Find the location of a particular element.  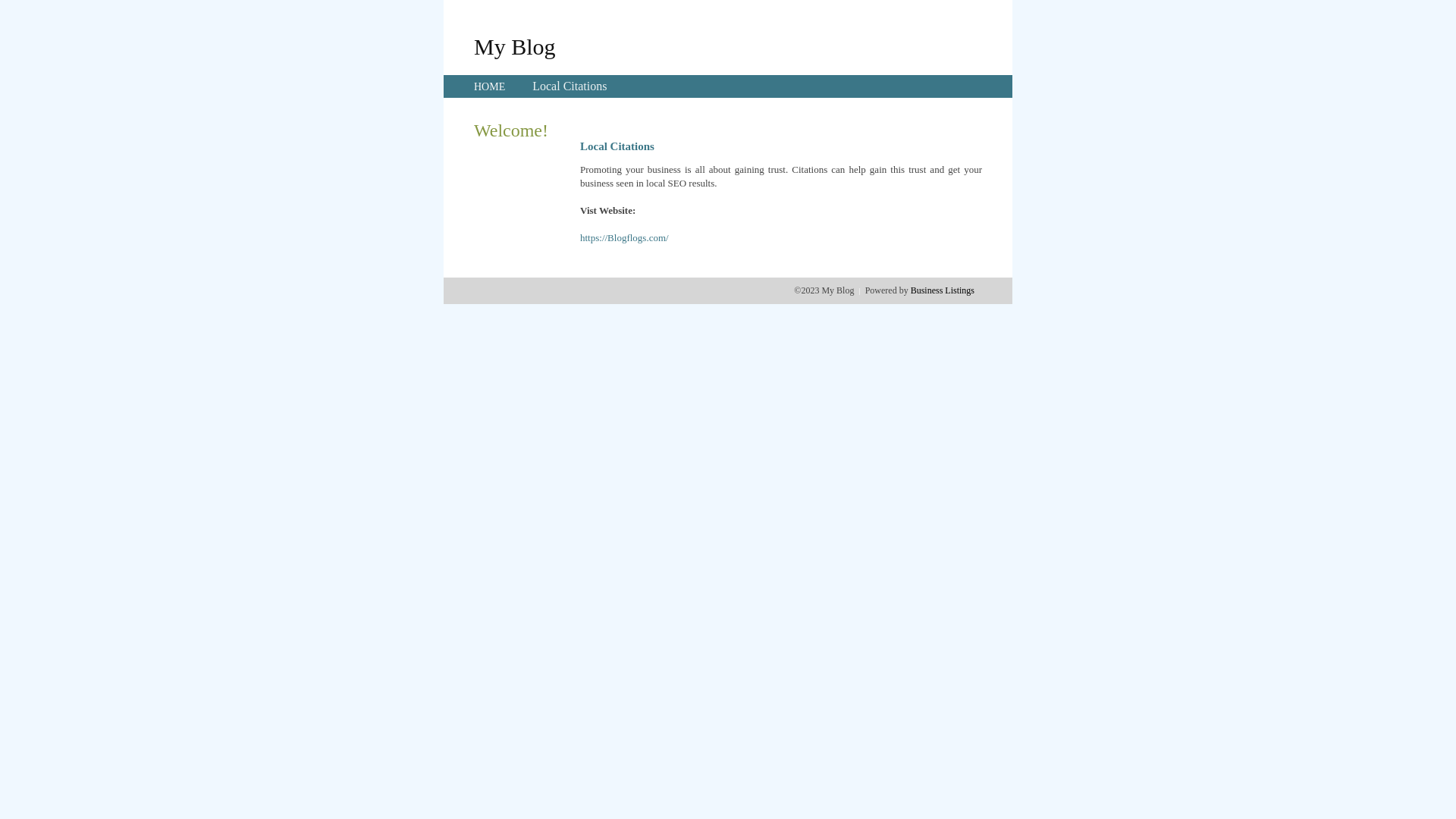

'My Blog' is located at coordinates (514, 45).